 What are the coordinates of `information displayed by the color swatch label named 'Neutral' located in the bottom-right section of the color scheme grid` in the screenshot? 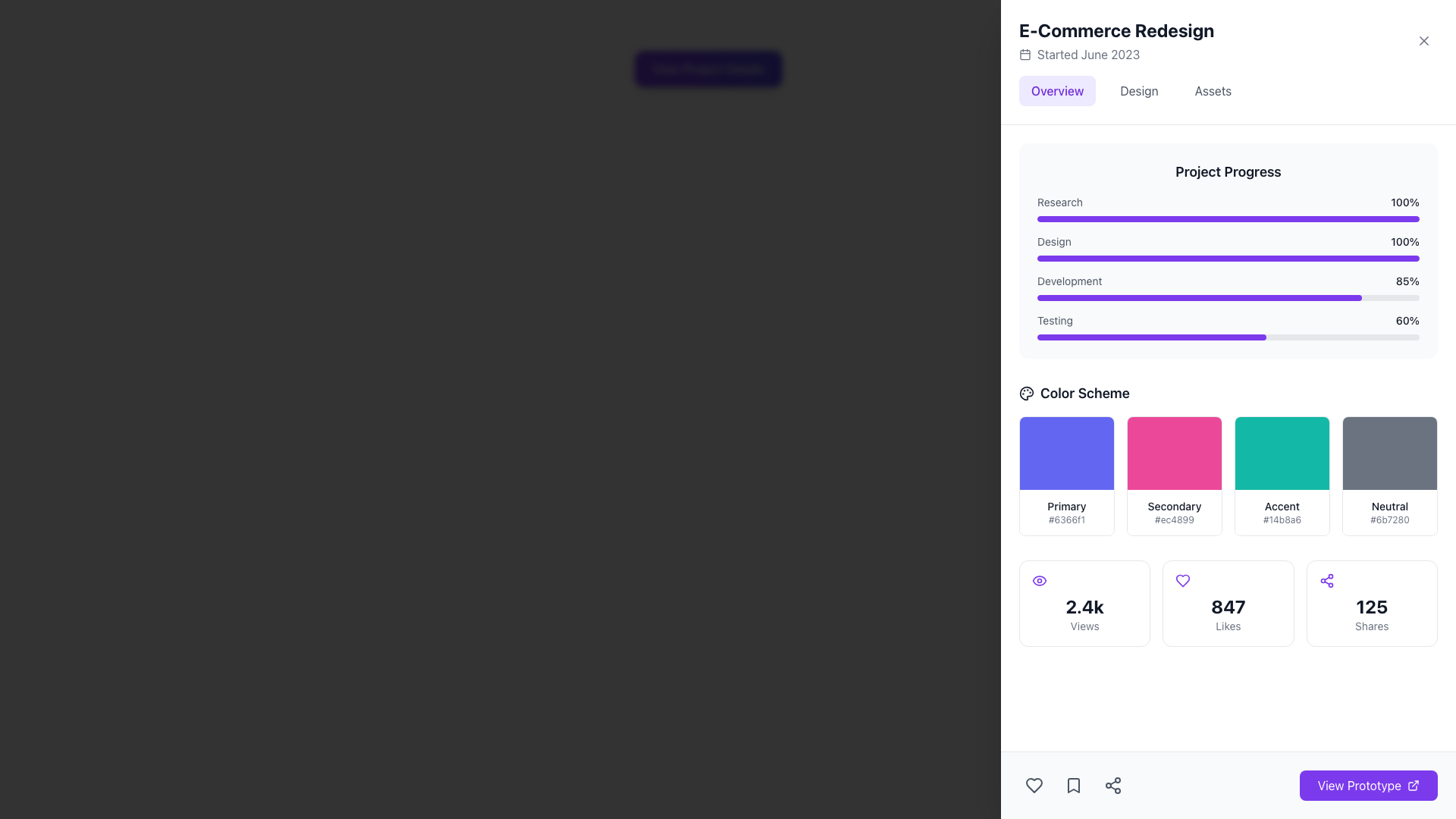 It's located at (1390, 512).